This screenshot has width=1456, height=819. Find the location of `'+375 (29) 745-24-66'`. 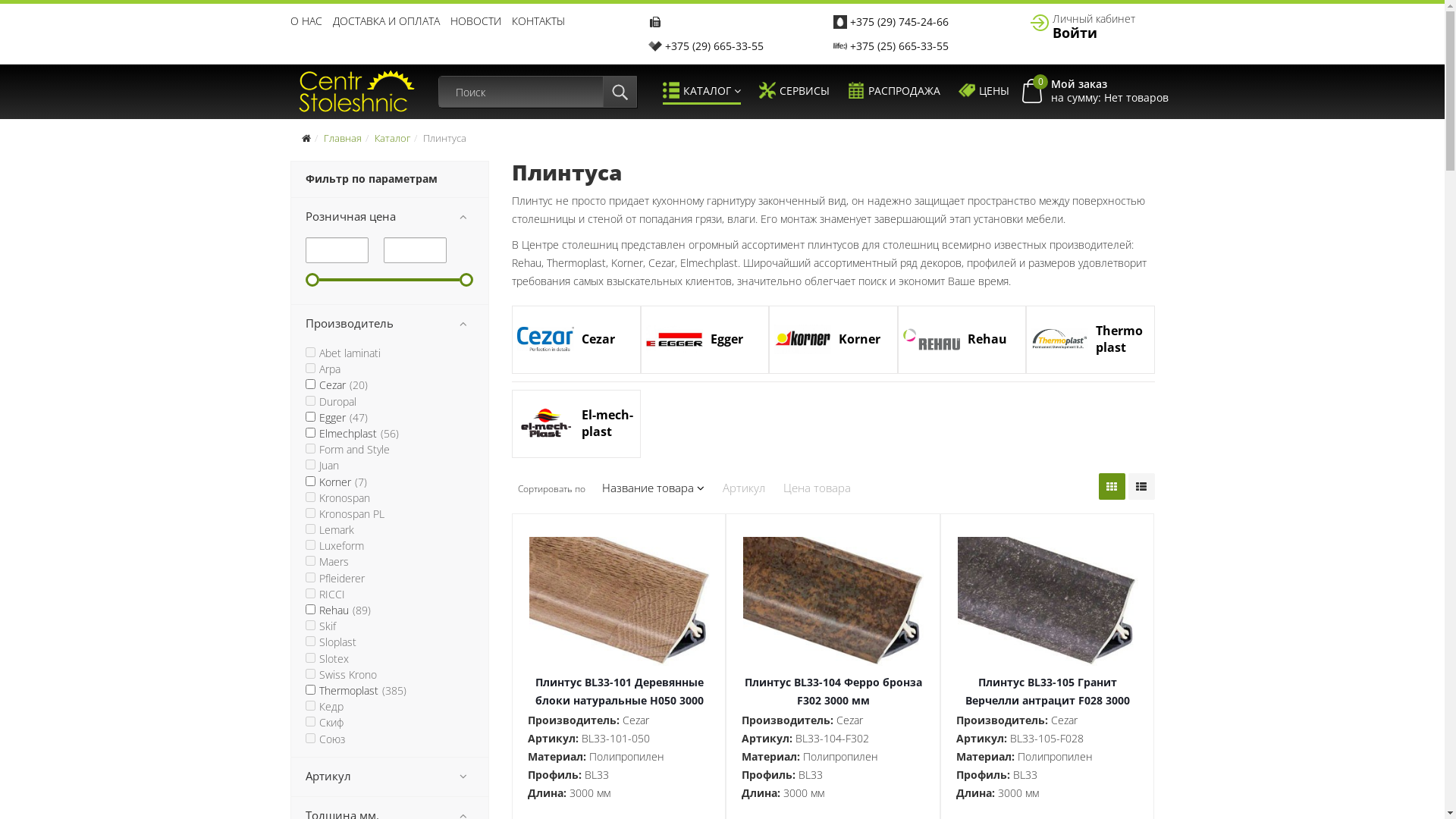

'+375 (29) 745-24-66' is located at coordinates (899, 21).